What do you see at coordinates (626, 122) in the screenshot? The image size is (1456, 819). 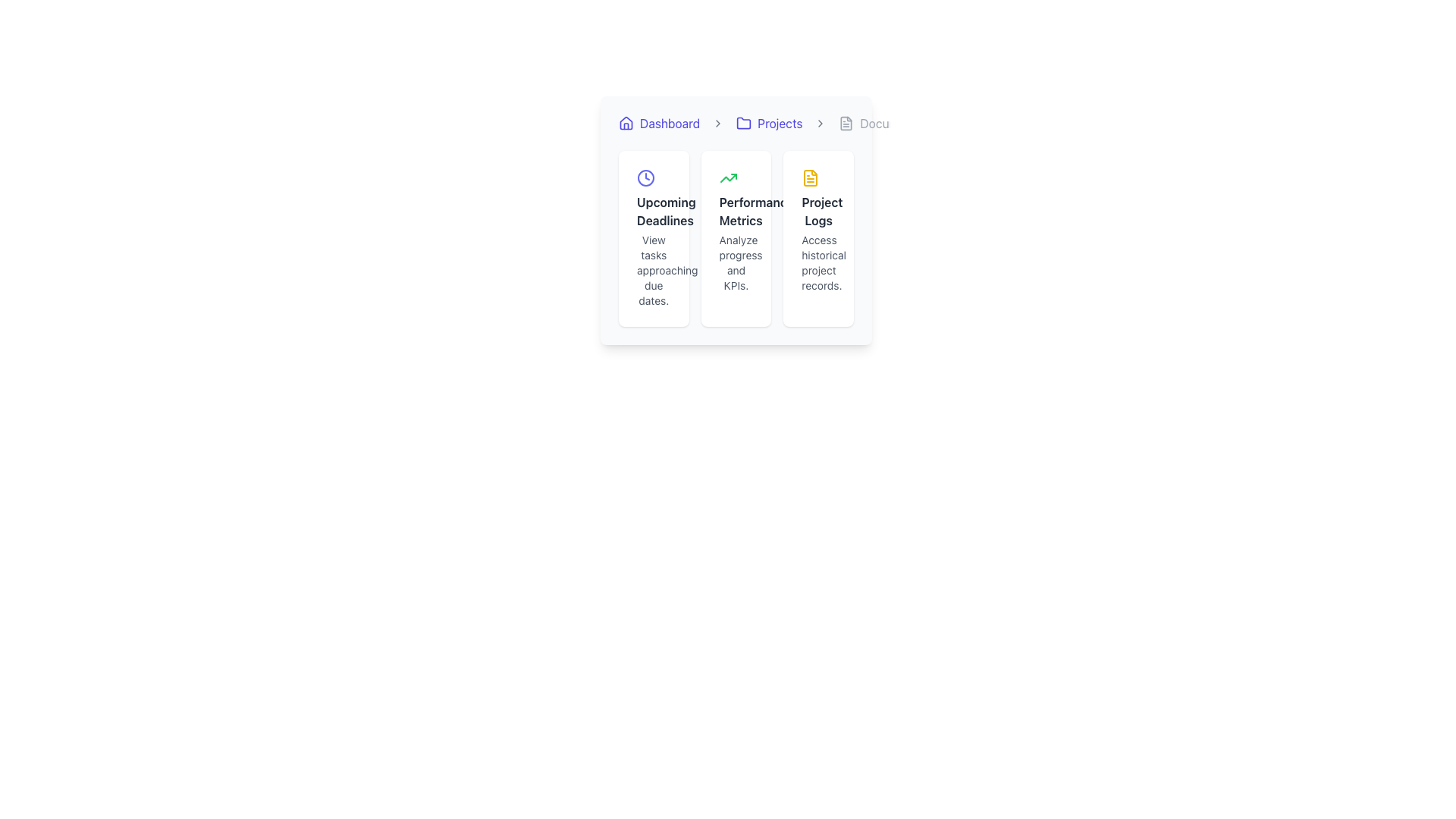 I see `the house icon located in the breadcrumb navigation bar, which is the leftmost element immediately preceding the 'Dashboard' text` at bounding box center [626, 122].